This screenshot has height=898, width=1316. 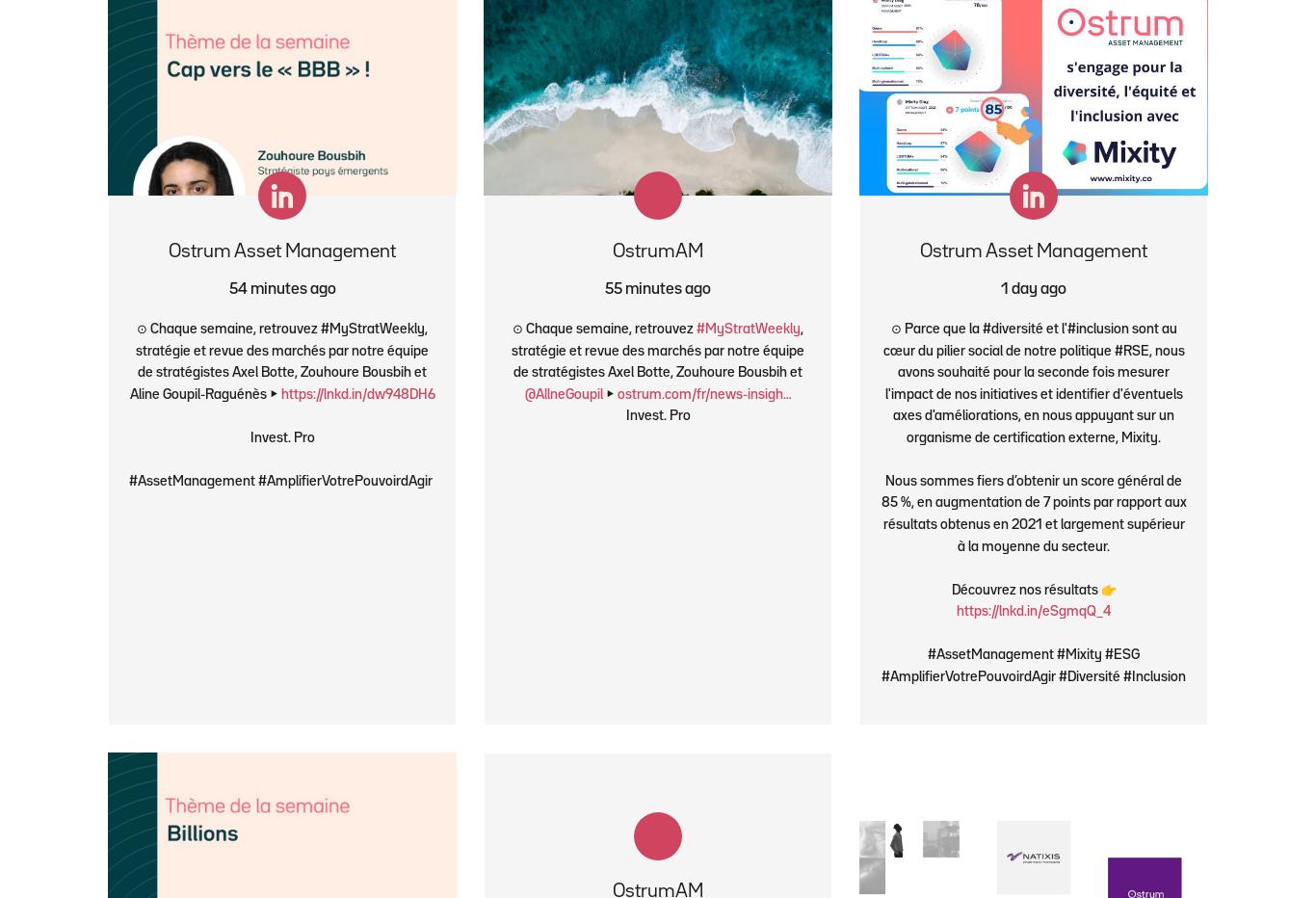 What do you see at coordinates (658, 289) in the screenshot?
I see `'55 minutes ago'` at bounding box center [658, 289].